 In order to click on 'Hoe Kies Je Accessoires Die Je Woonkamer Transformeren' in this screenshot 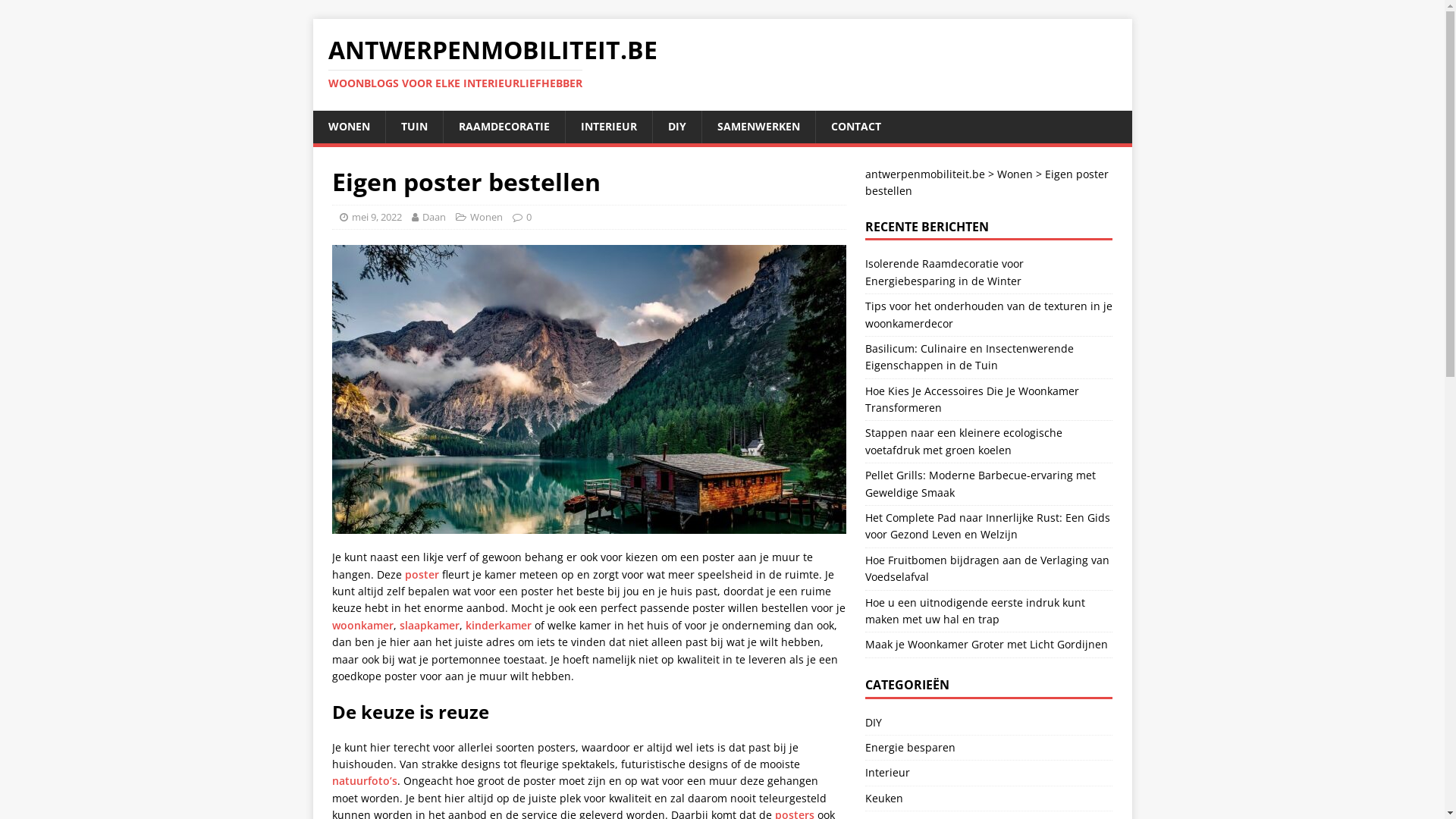, I will do `click(971, 398)`.